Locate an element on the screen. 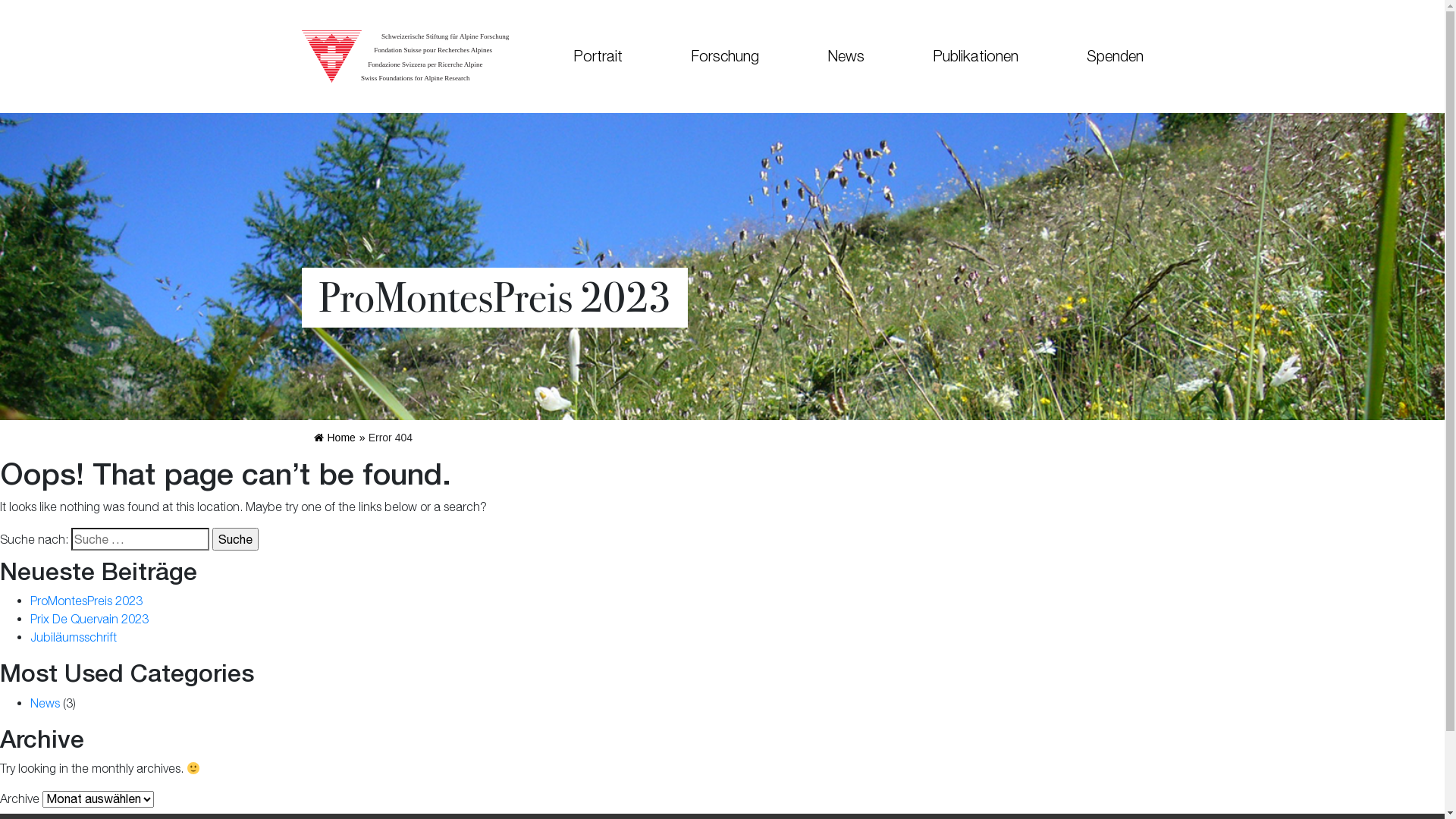  'ProMontesPreis 2023' is located at coordinates (86, 599).